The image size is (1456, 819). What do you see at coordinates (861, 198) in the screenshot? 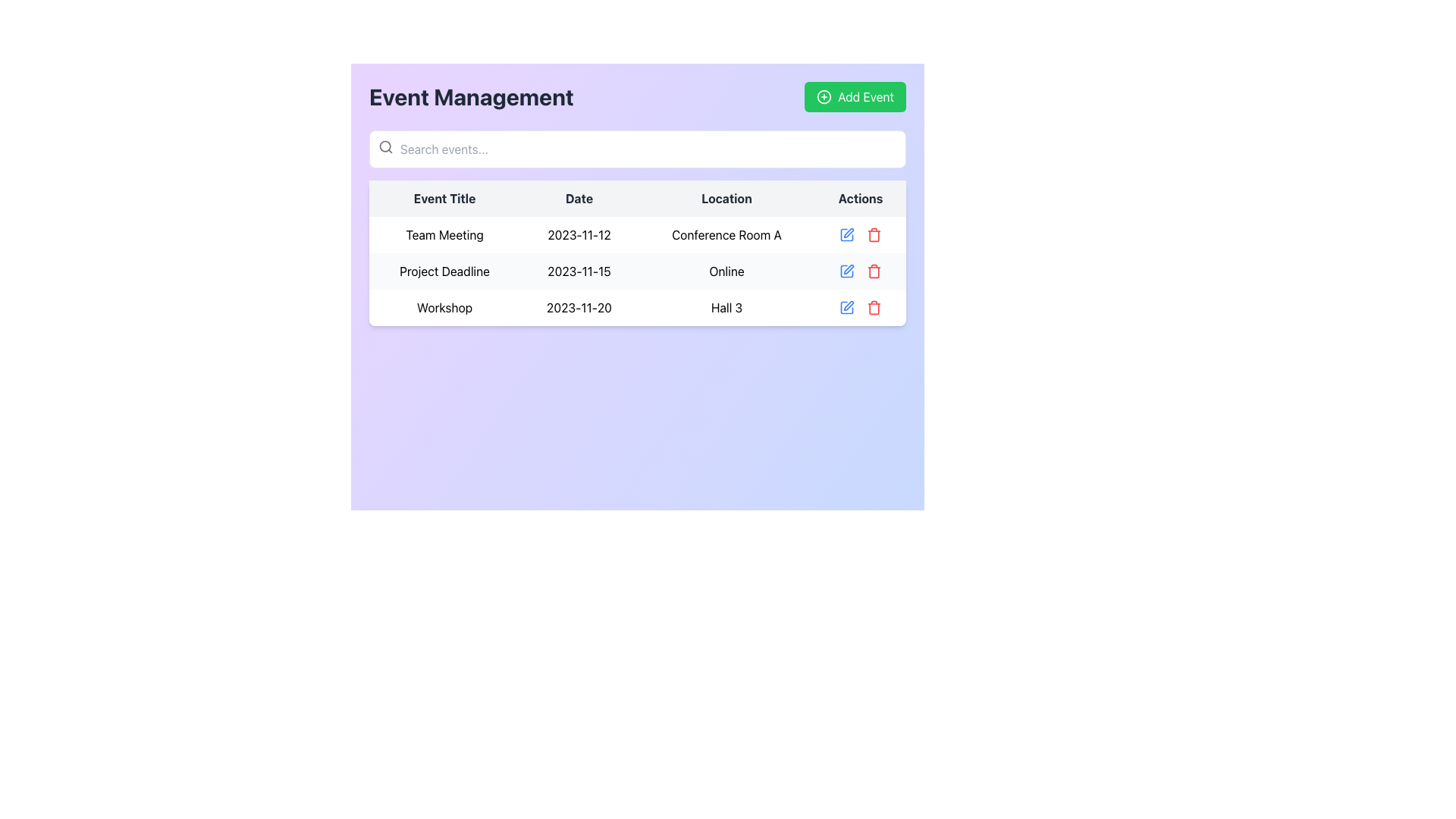
I see `the header label for the 'Actions' column in the data table, which is the fourth column header located to the far right of the header row` at bounding box center [861, 198].